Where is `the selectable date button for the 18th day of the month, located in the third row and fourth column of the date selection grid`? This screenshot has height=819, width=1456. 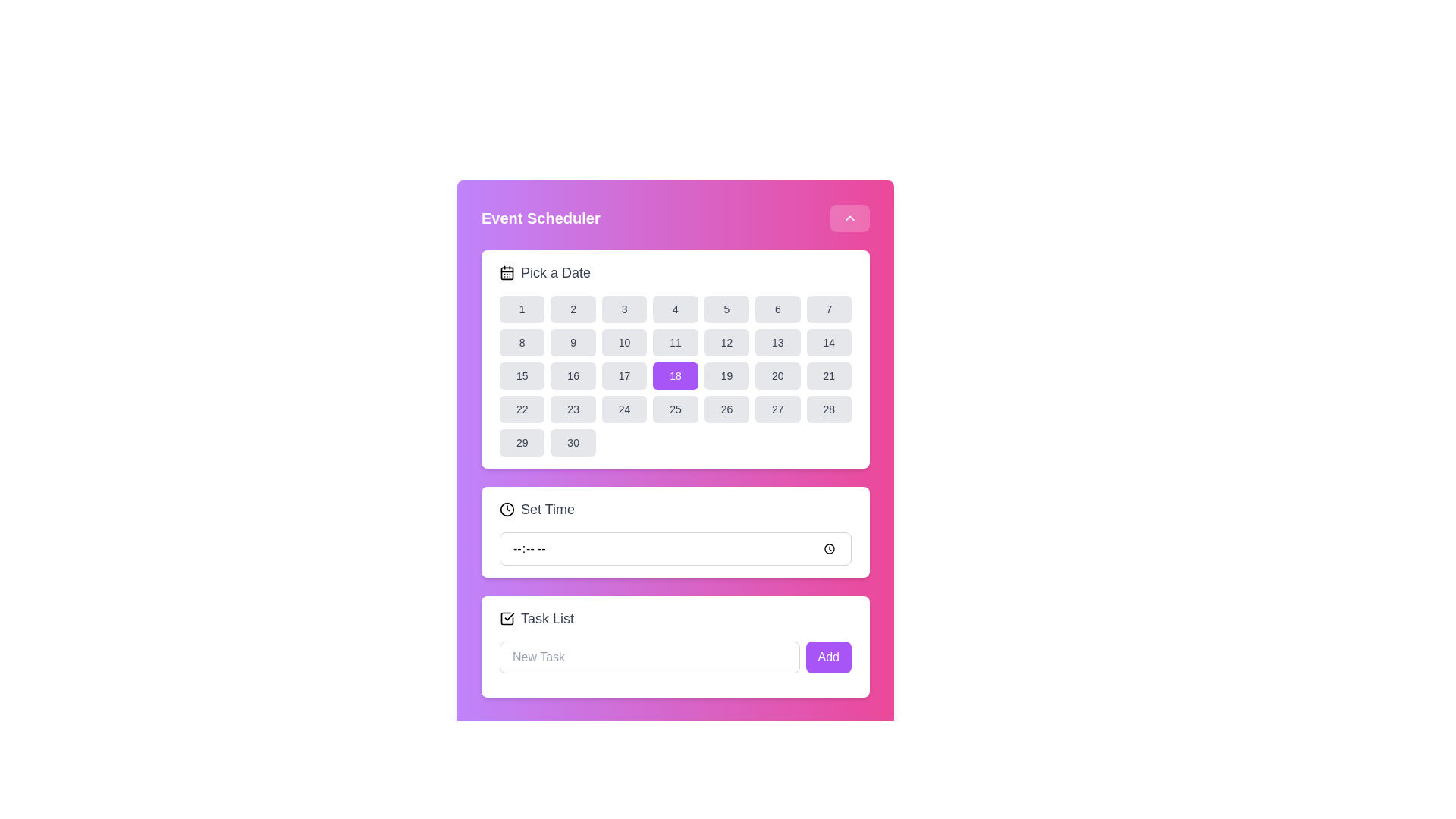 the selectable date button for the 18th day of the month, located in the third row and fourth column of the date selection grid is located at coordinates (675, 375).